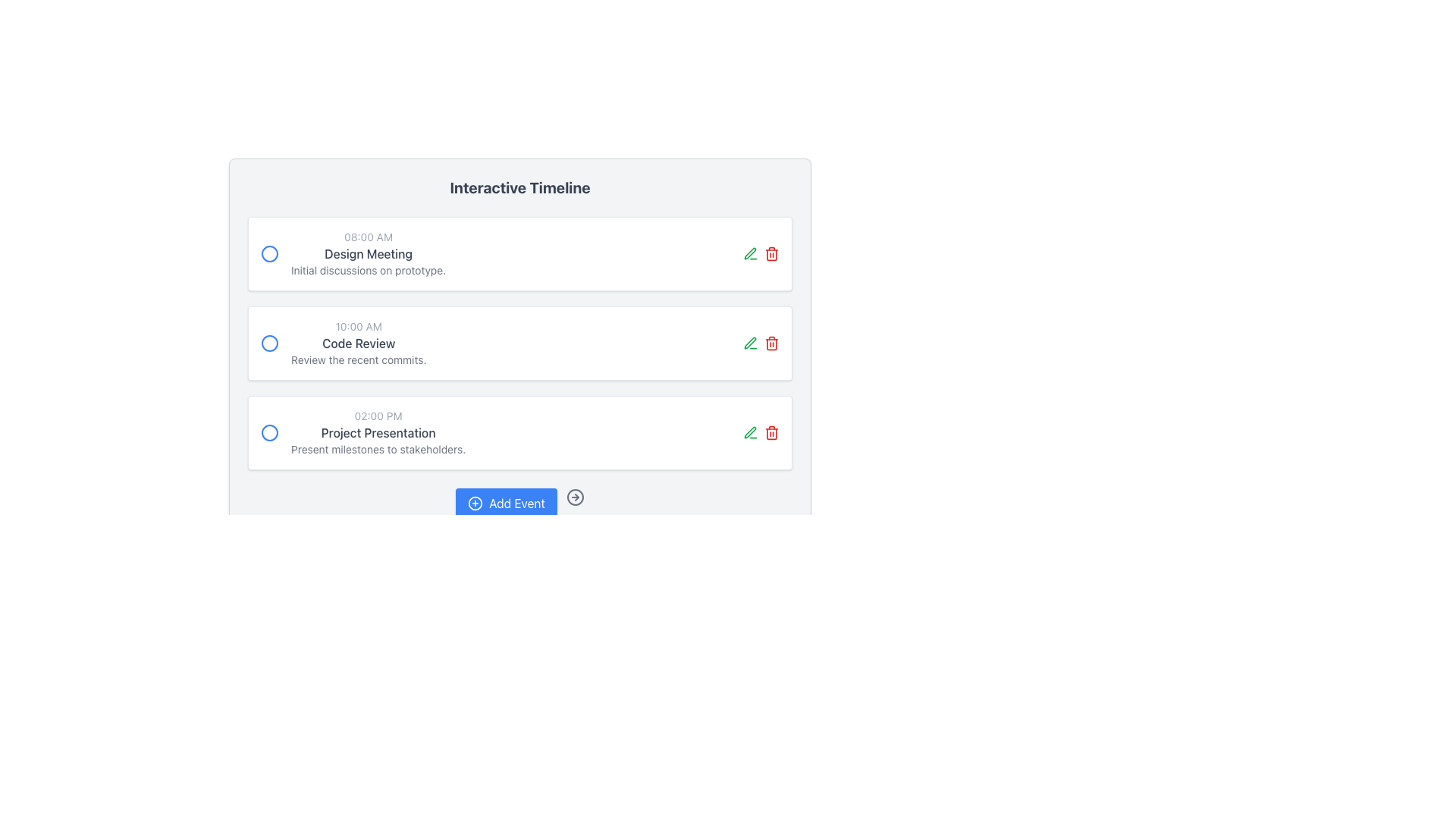 The height and width of the screenshot is (819, 1456). Describe the element at coordinates (353, 253) in the screenshot. I see `the first event entry in the interactive timeline` at that location.